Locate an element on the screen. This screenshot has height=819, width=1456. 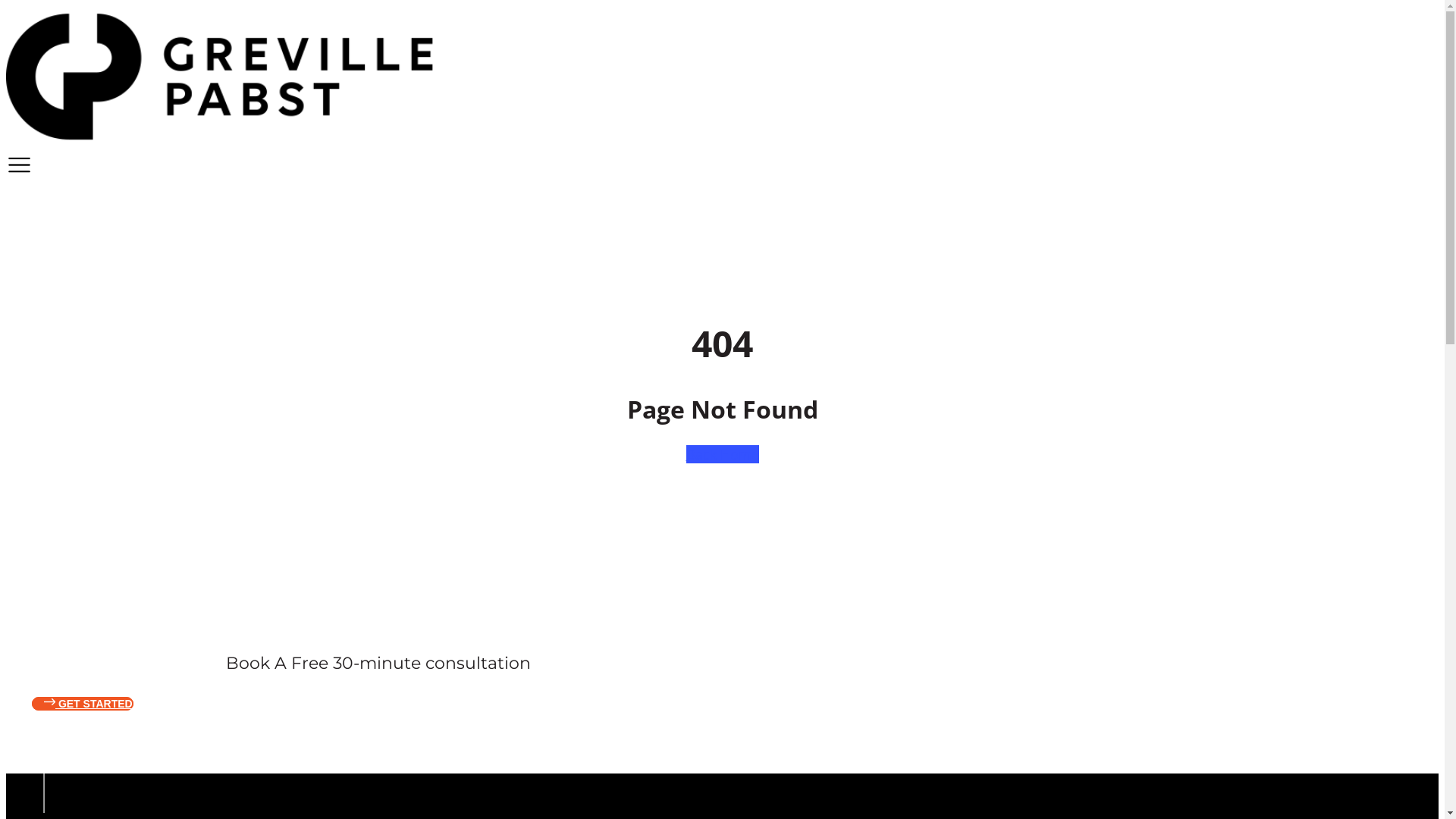
'Back Home' is located at coordinates (684, 453).